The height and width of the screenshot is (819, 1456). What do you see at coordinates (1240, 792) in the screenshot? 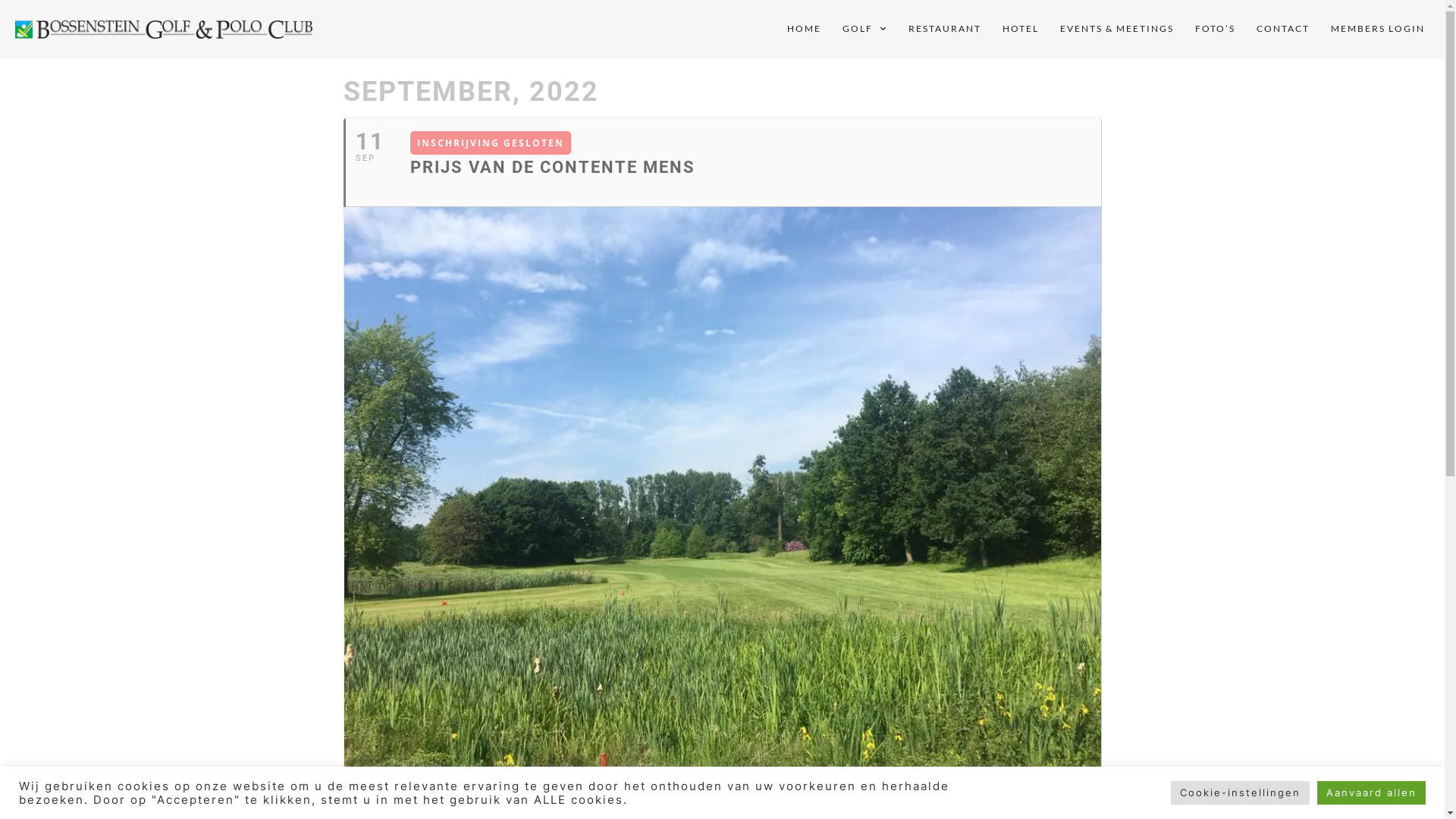
I see `'Cookie-instellingen'` at bounding box center [1240, 792].